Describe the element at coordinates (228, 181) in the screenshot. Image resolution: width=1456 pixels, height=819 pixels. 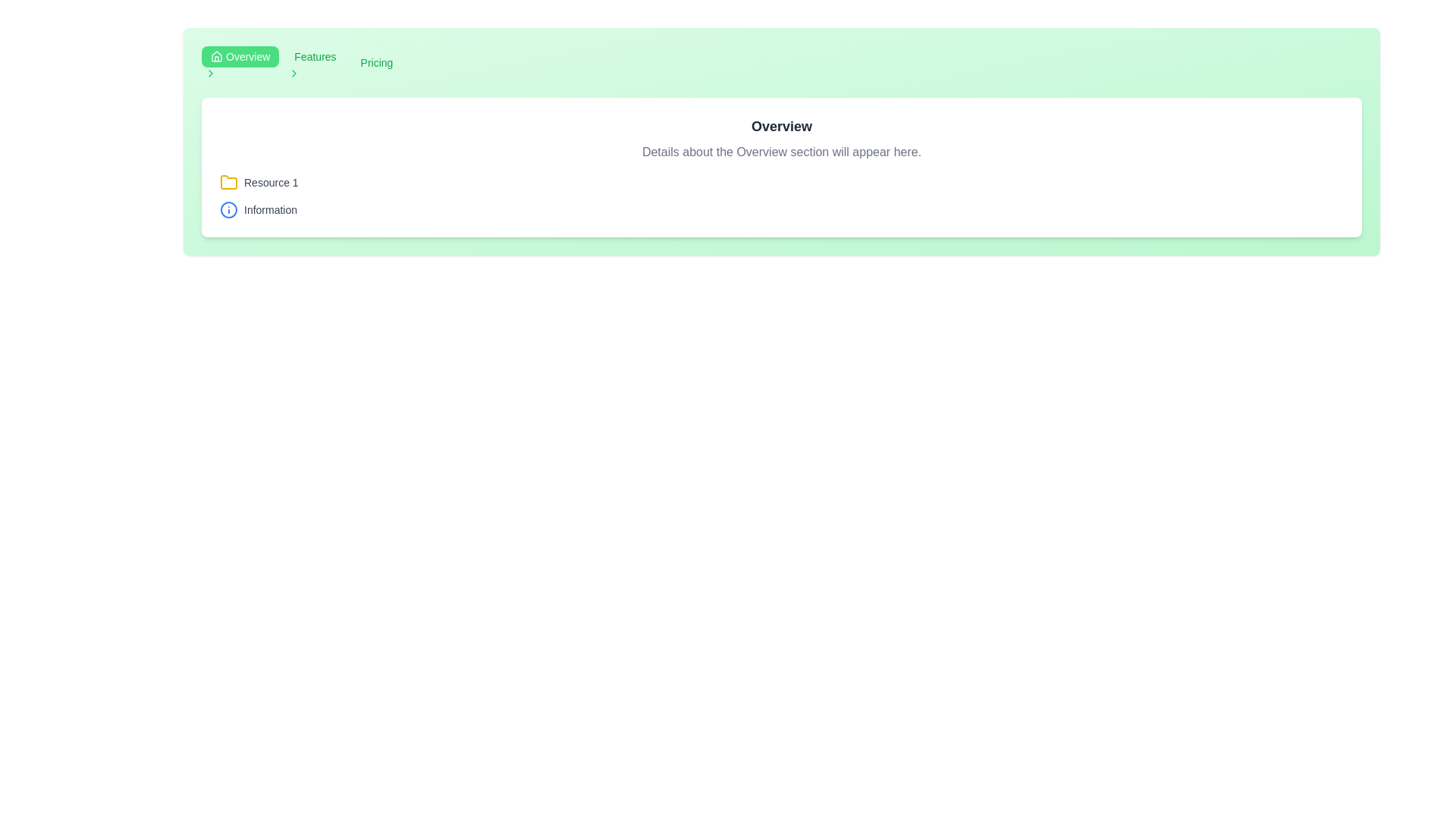
I see `the folder icon located within the 'Resource 1' section` at that location.